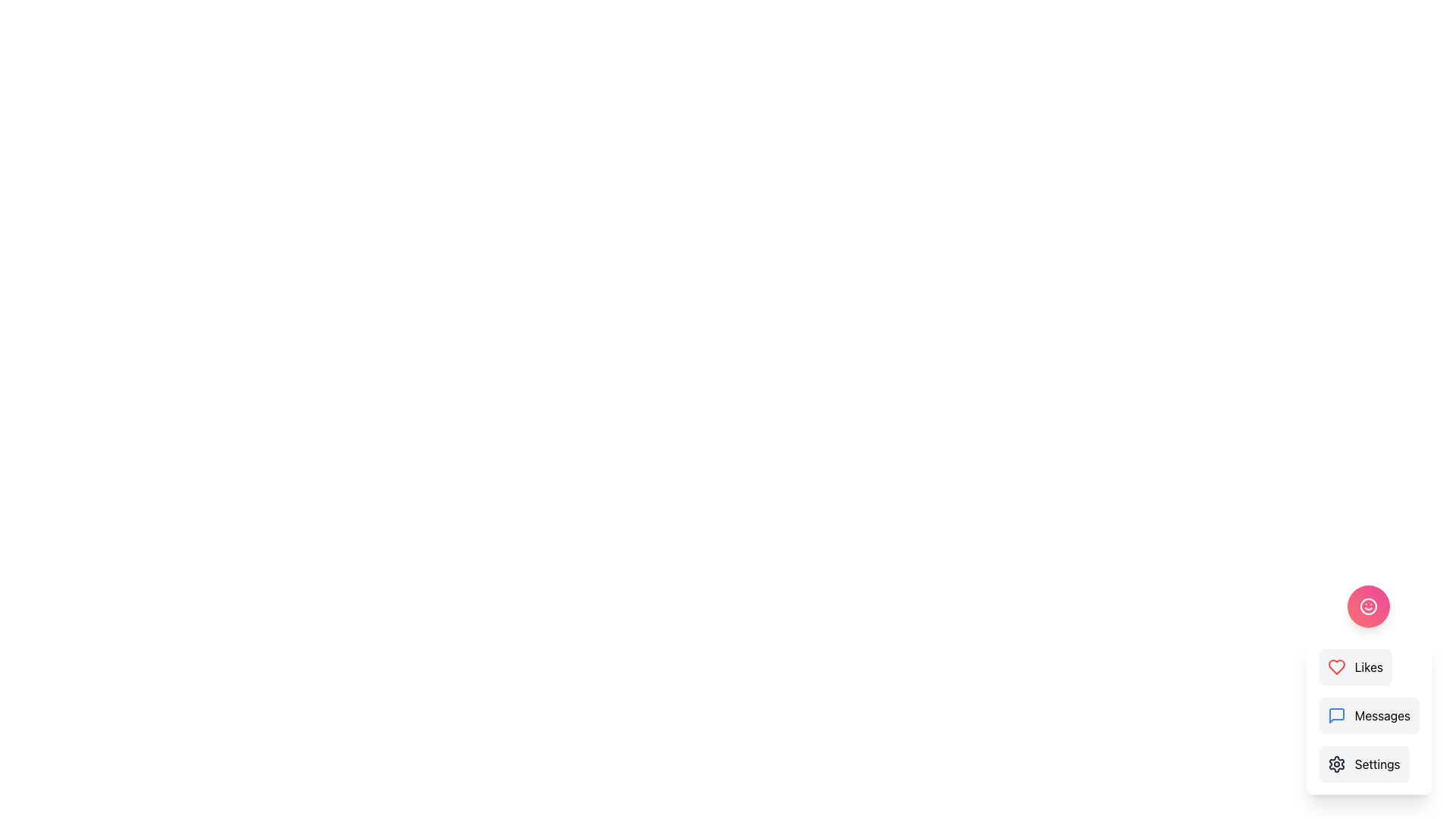  Describe the element at coordinates (1336, 716) in the screenshot. I see `the message icon, which is an outlined blue square speech bubble with rounded corners and a pointed tail, located within the 'Messages' button in the bottom-right area of the interface` at that location.